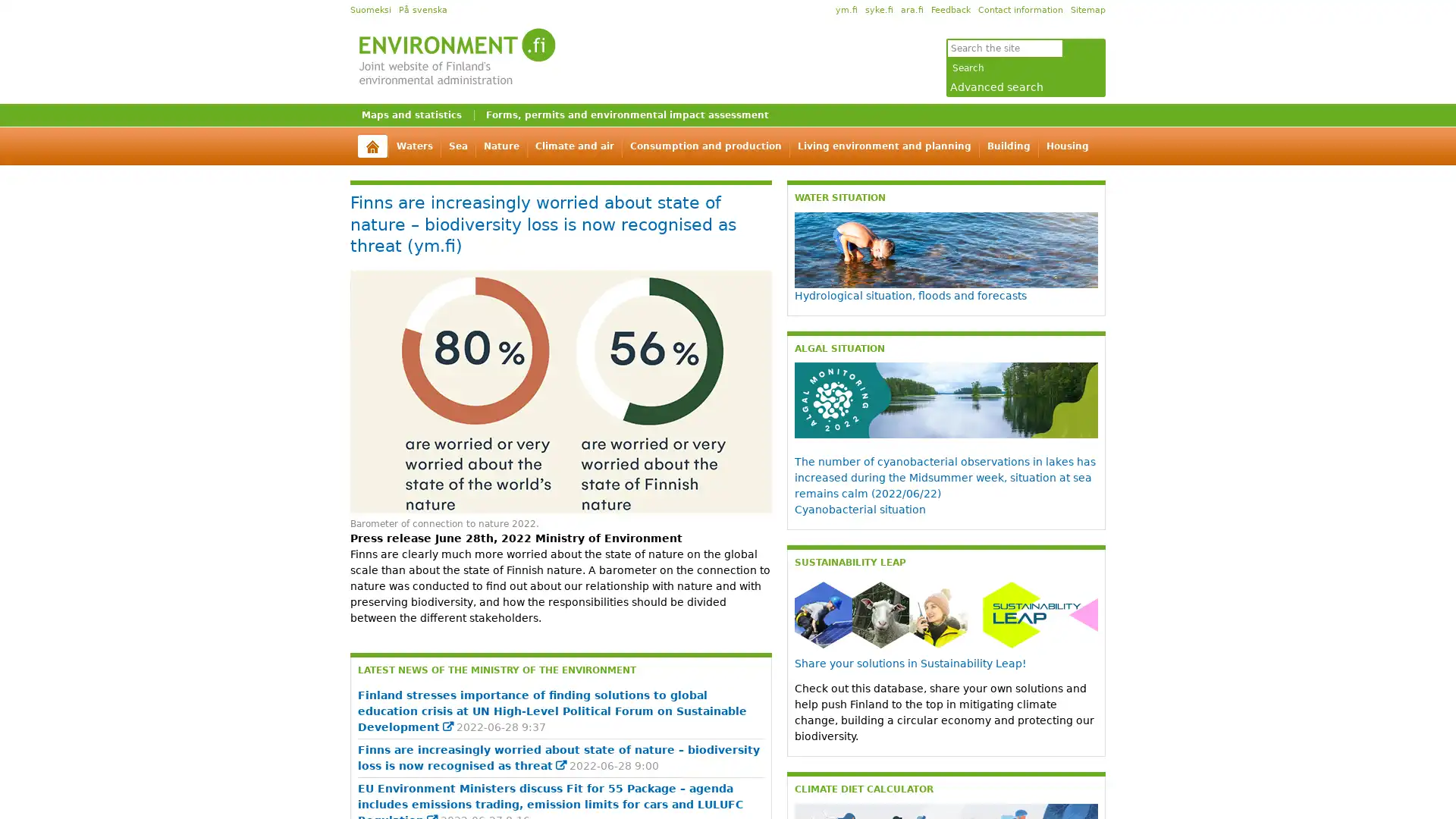 The width and height of the screenshot is (1456, 819). What do you see at coordinates (968, 67) in the screenshot?
I see `Search` at bounding box center [968, 67].